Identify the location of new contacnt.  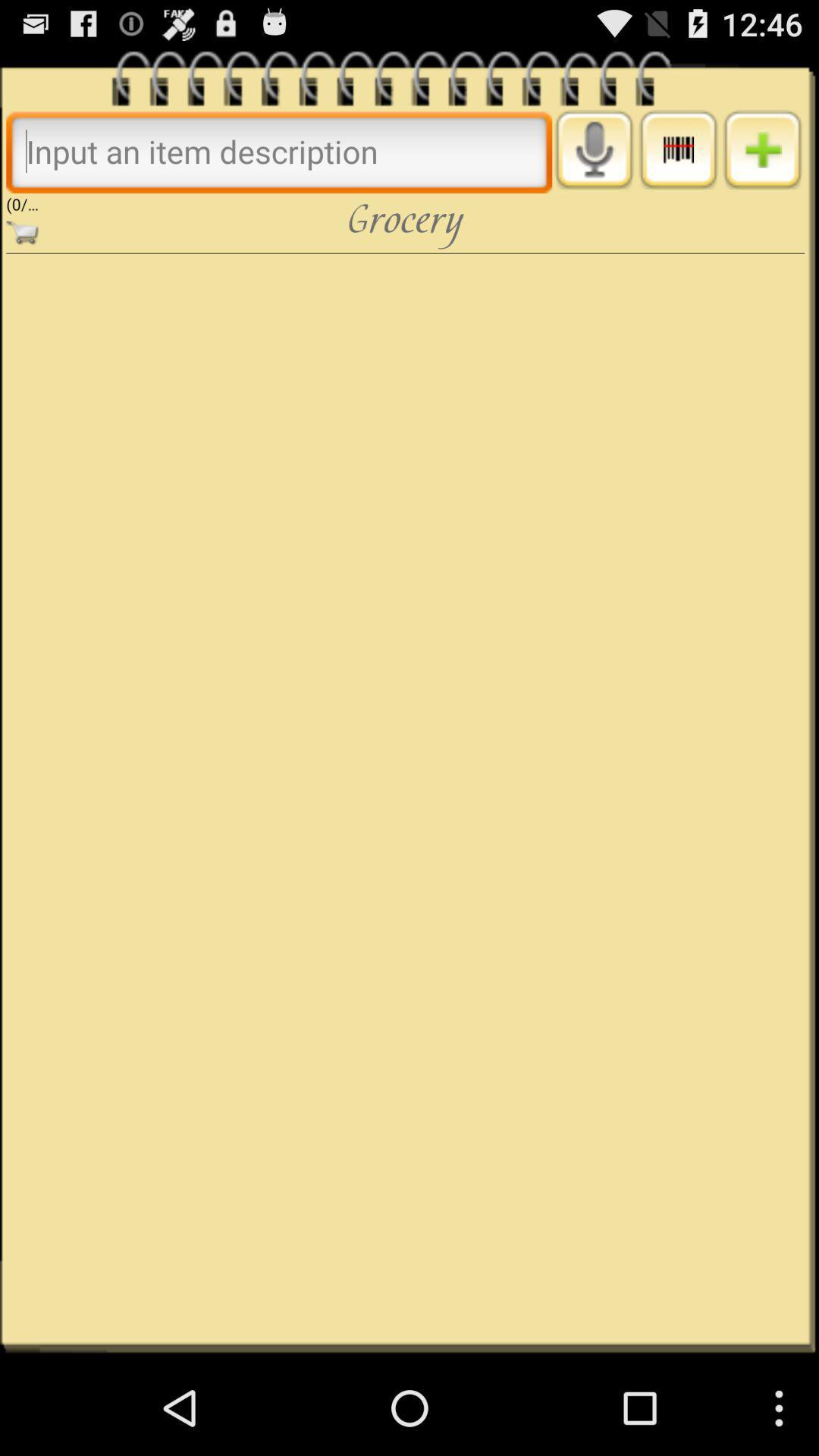
(762, 149).